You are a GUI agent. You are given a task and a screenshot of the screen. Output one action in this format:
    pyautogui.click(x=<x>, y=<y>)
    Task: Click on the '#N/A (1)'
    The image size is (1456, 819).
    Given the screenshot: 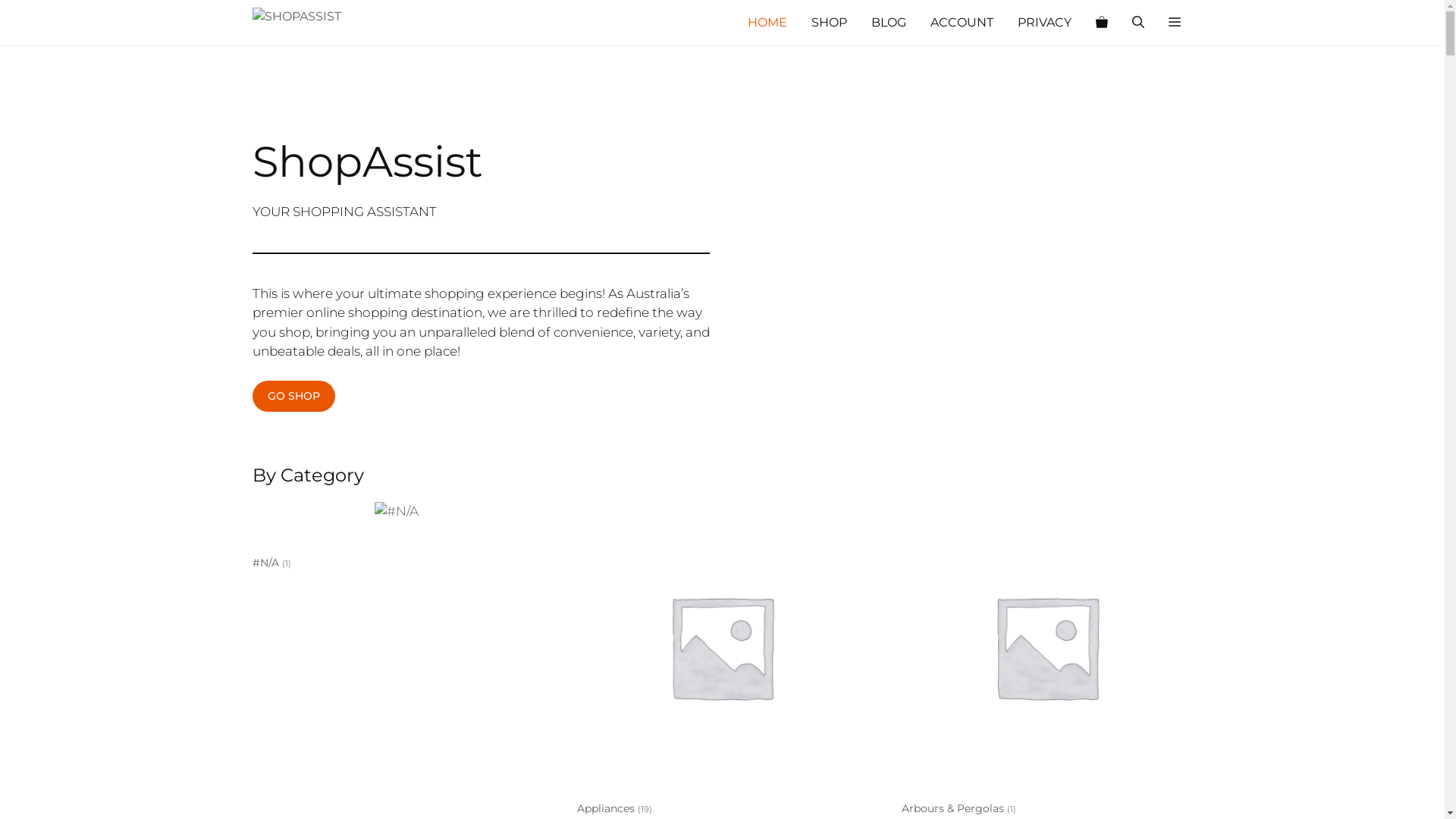 What is the action you would take?
    pyautogui.click(x=396, y=538)
    